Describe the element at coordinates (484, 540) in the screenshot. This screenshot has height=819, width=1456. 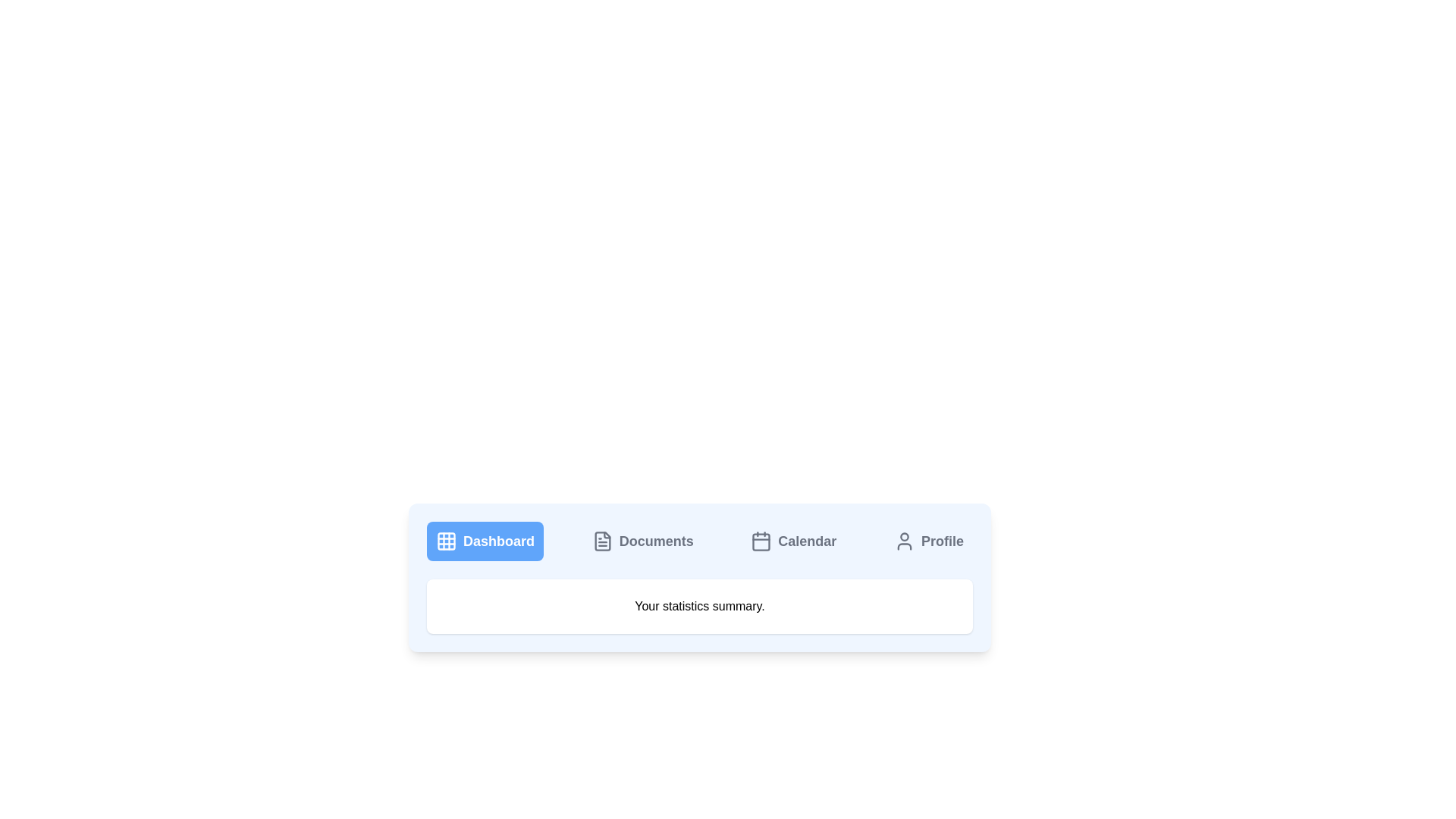
I see `the navigational button located at the left of 'Documents', 'Calendar', and 'Profile'` at that location.